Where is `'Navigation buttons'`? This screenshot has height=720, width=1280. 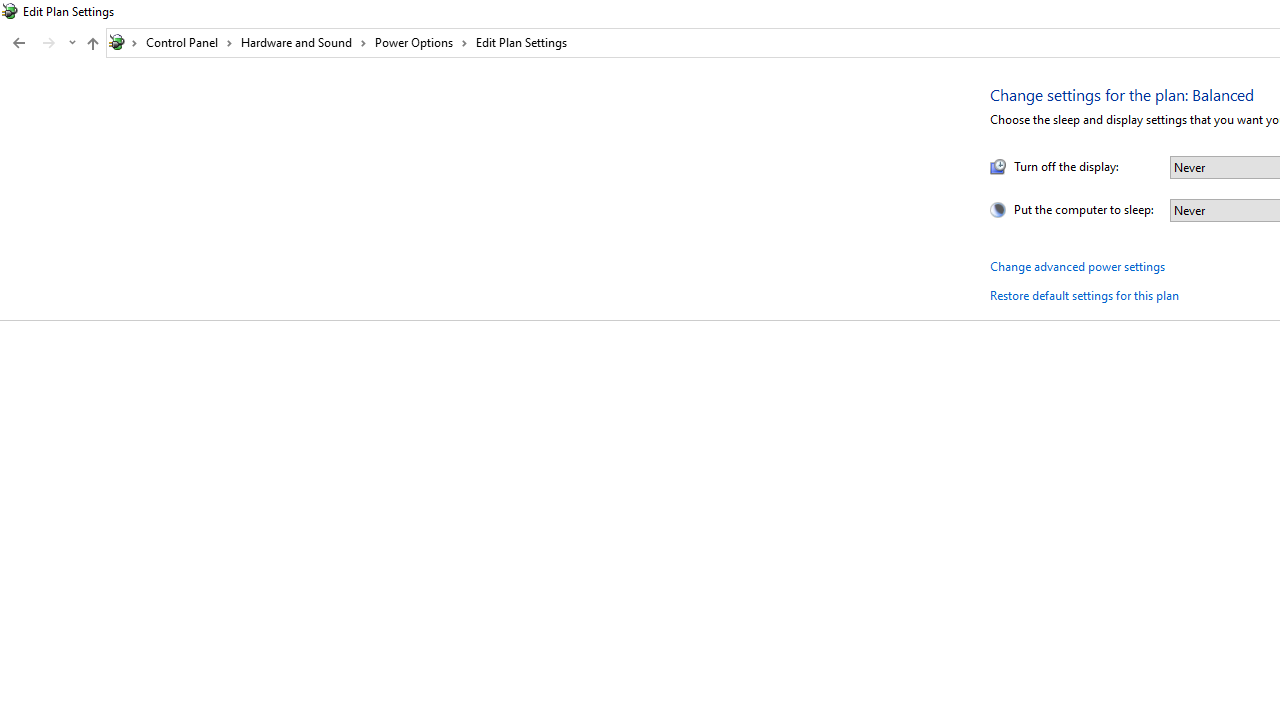
'Navigation buttons' is located at coordinates (42, 43).